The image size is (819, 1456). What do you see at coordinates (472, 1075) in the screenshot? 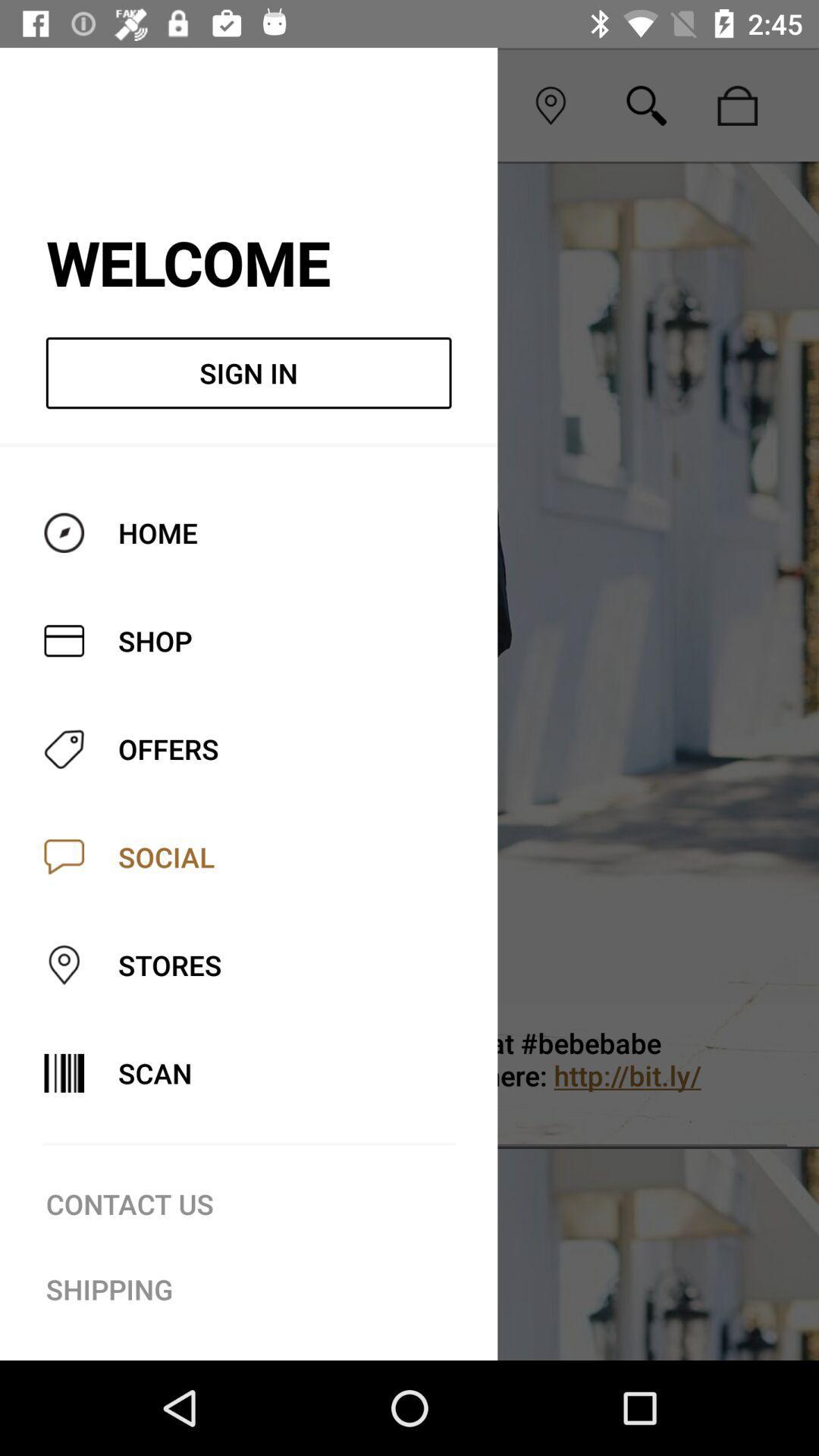
I see `embroidered bomber on` at bounding box center [472, 1075].